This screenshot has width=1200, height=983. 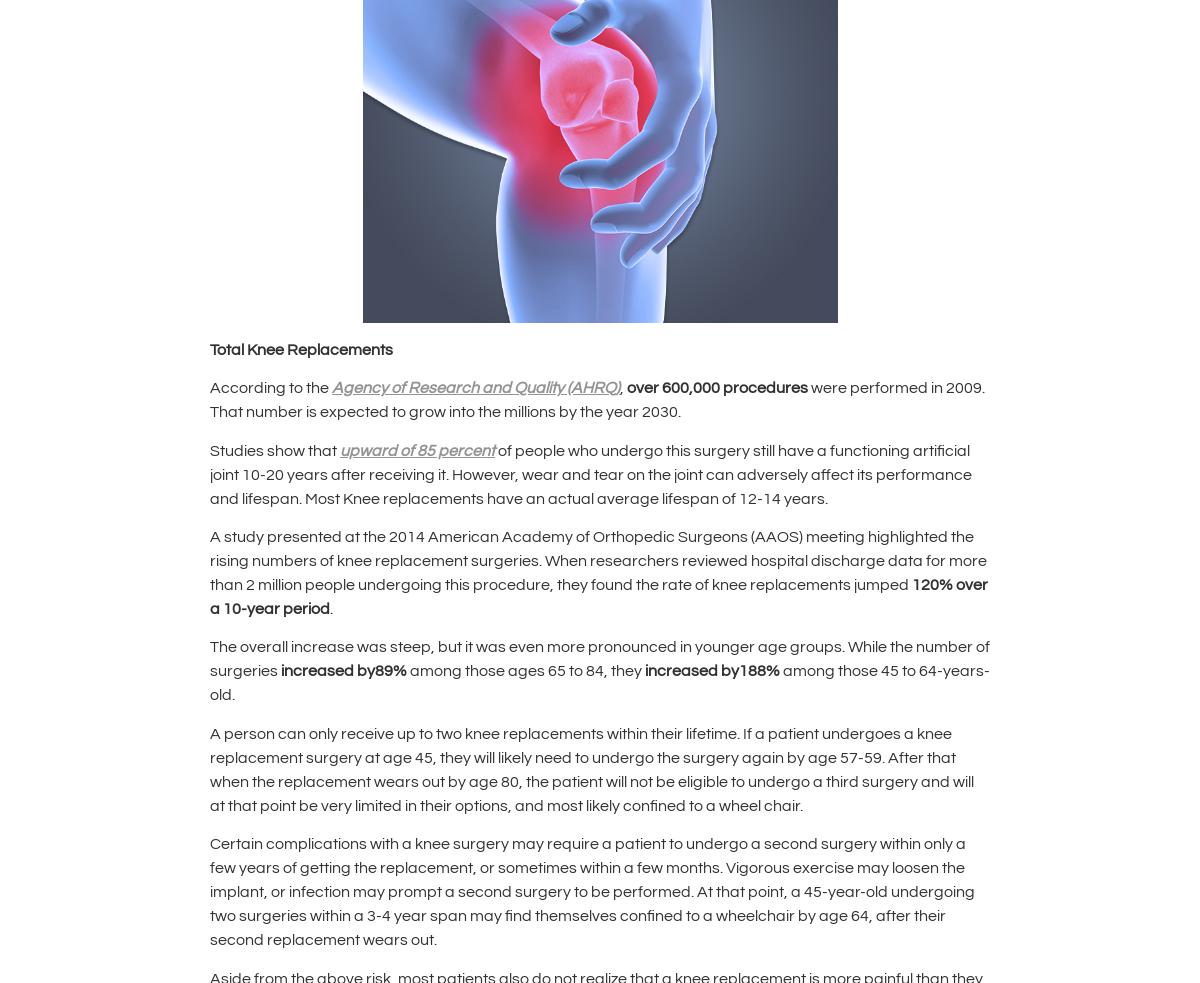 I want to click on 'A study presented at the 2014 American Academy of Orthopedic Surgeons (AAOS) meeting highlighted the rising numbers of knee replacement surgeries. When researchers reviewed hospital discharge data for more than 2 million people undergoing this procedure, they found the rate of knee replacements jumped', so click(x=597, y=560).